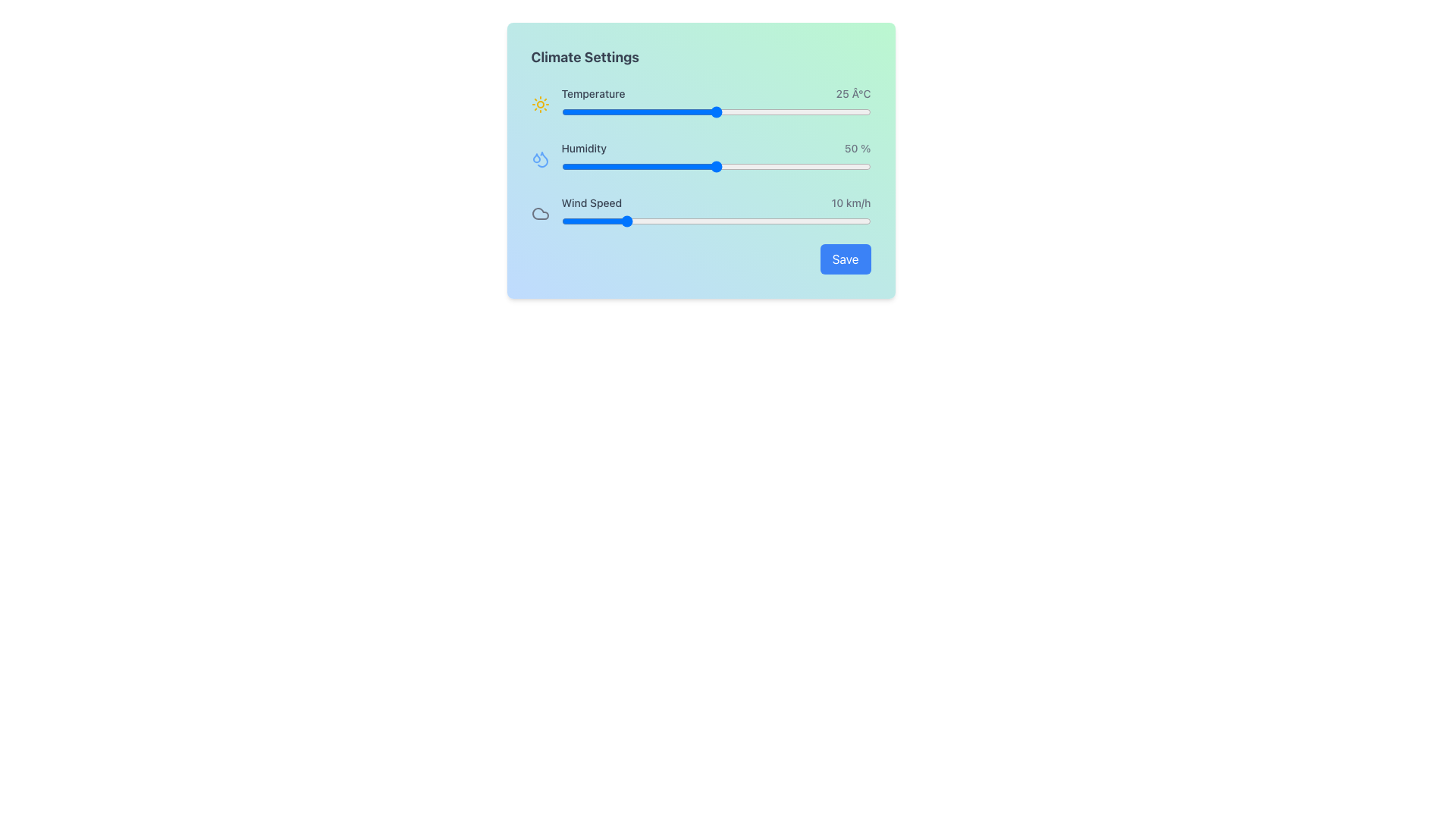  I want to click on the slider, so click(765, 111).